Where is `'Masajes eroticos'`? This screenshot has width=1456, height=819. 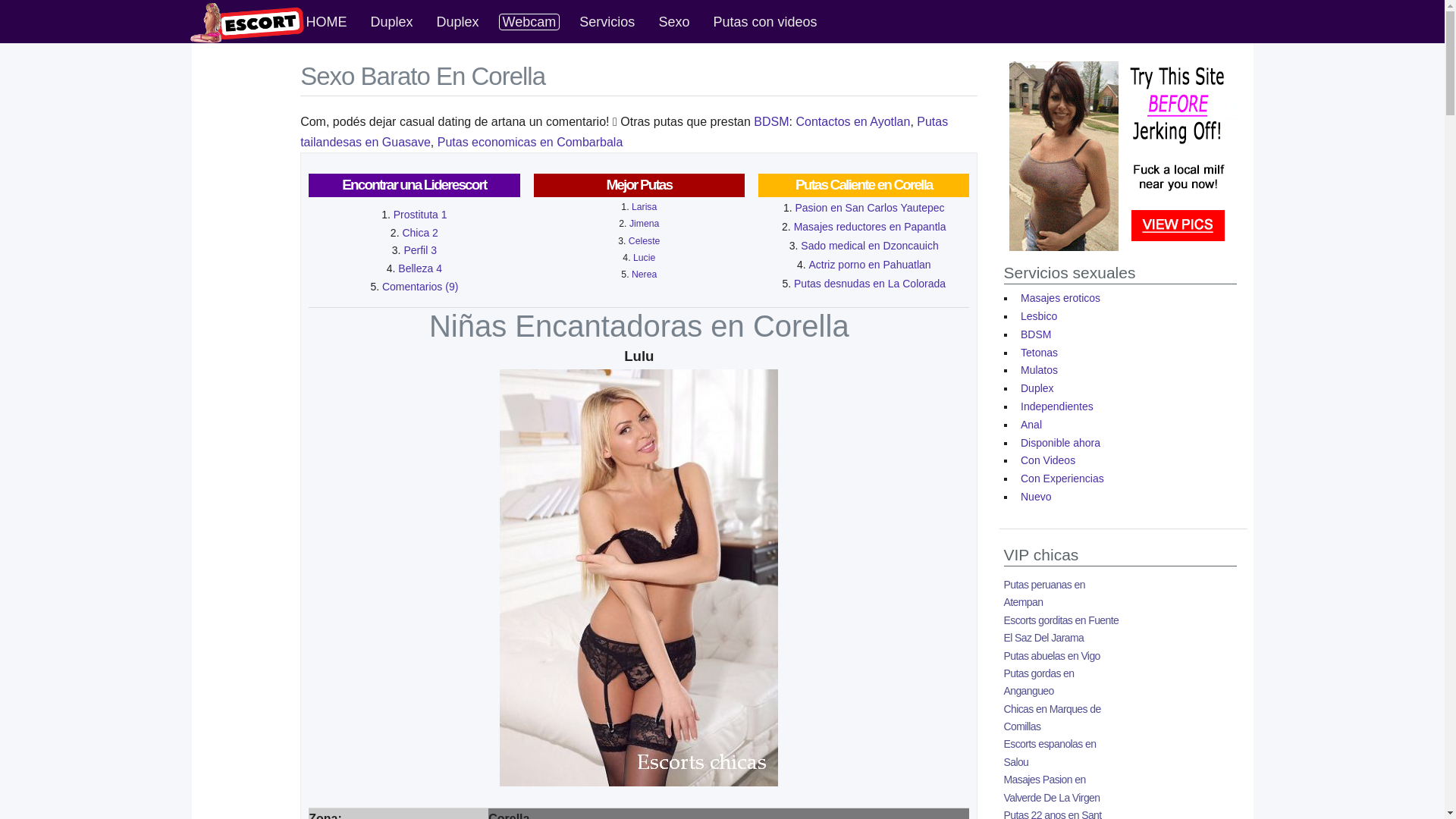 'Masajes eroticos' is located at coordinates (1059, 298).